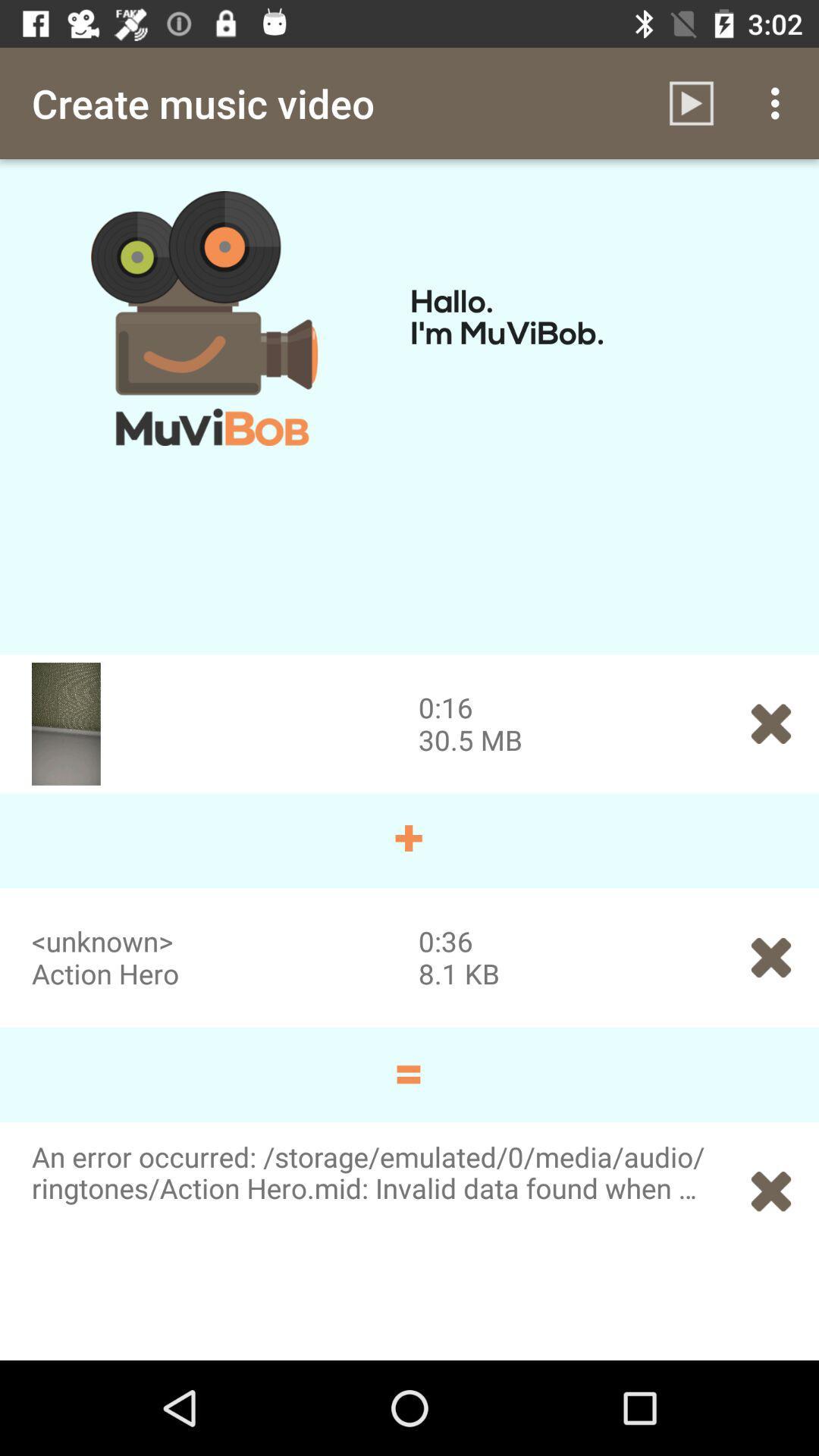  I want to click on the item to the right of an error occurred, so click(771, 1191).